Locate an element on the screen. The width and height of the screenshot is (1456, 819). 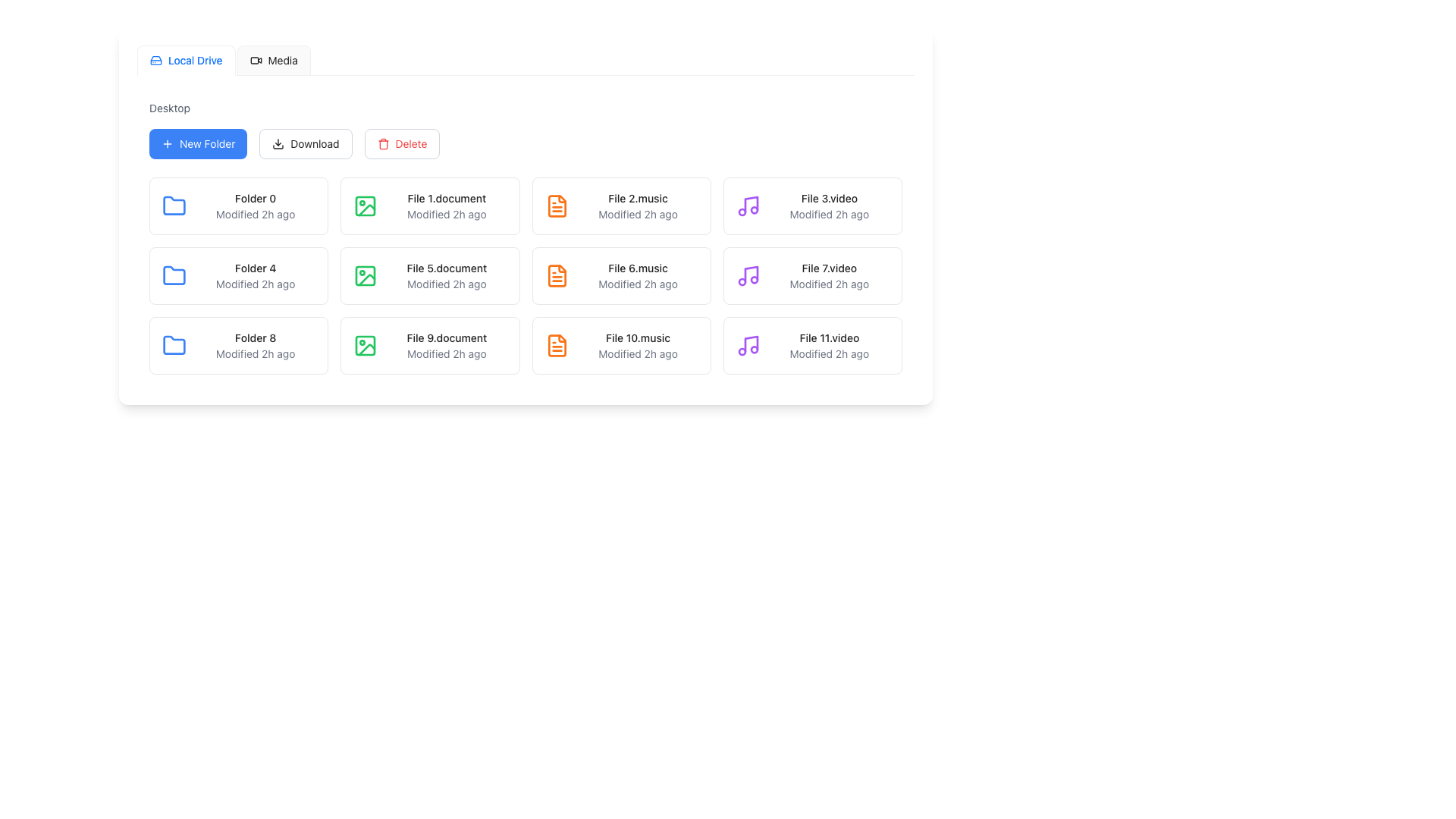
the video file entry titled 'File 3.video' is located at coordinates (828, 206).